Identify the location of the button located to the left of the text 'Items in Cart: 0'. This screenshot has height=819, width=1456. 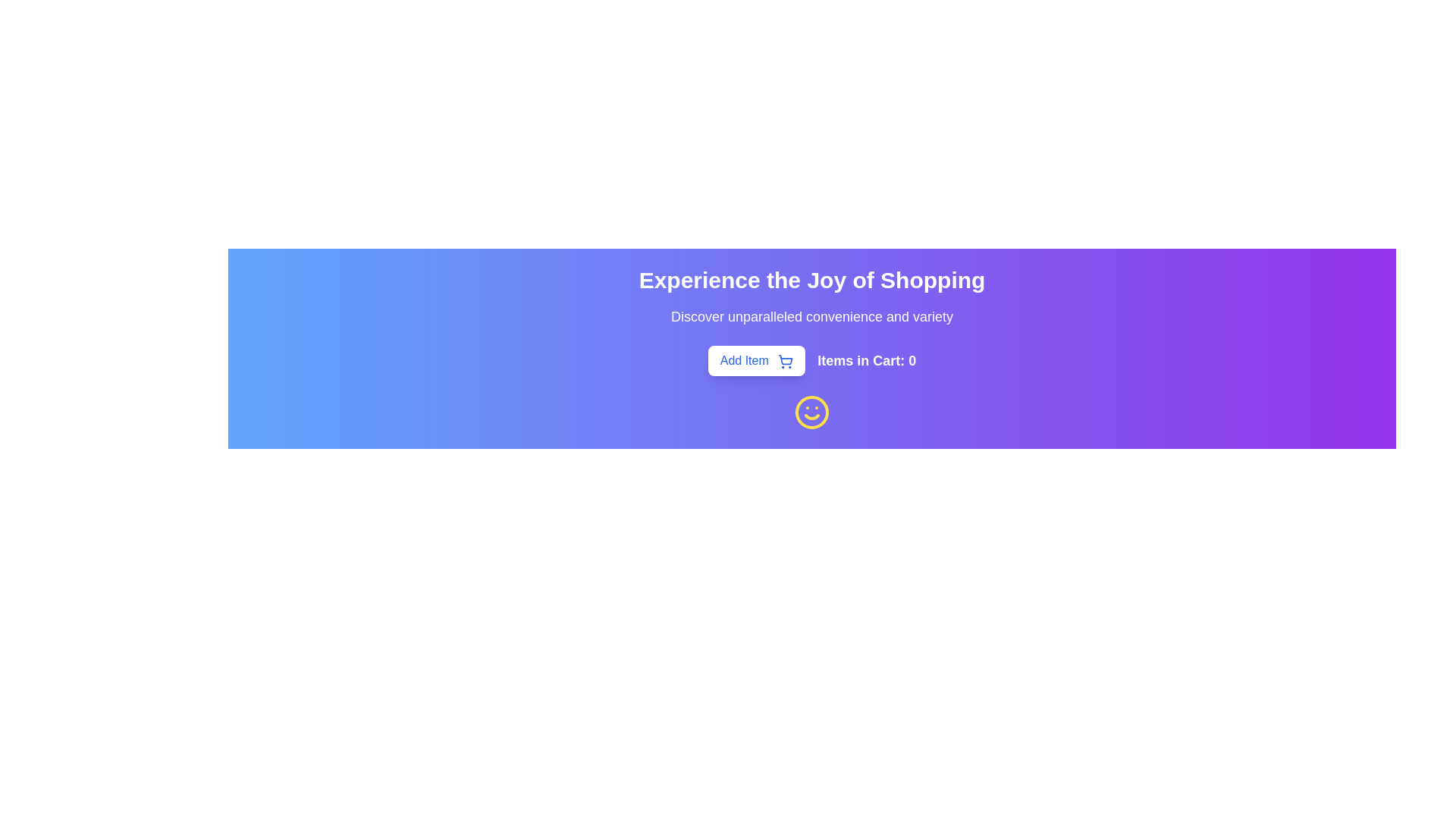
(757, 360).